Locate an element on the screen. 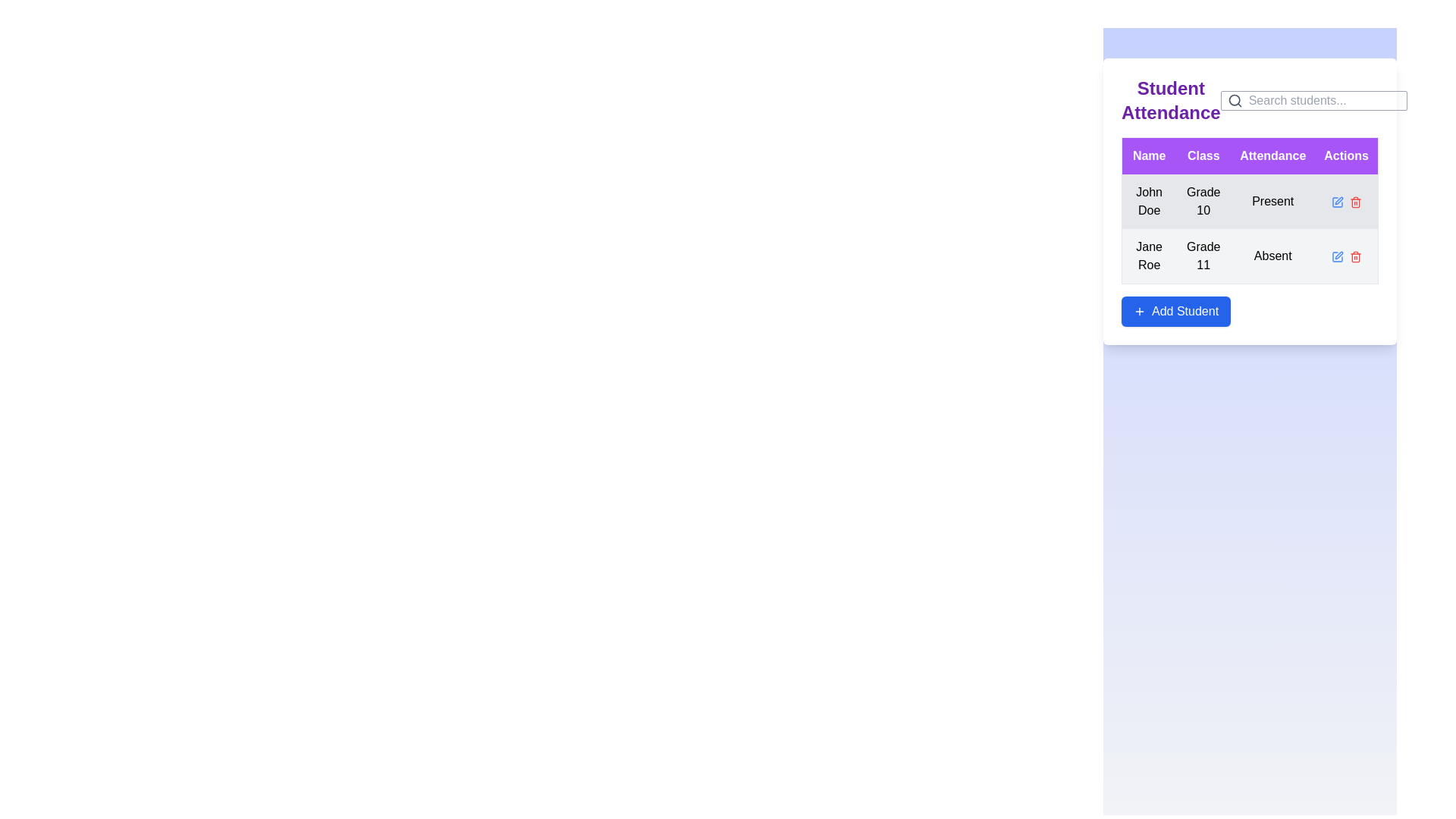 This screenshot has height=819, width=1456. the icon embedded within the 'Add Student' button located at the bottom-left of the card interface is located at coordinates (1139, 311).